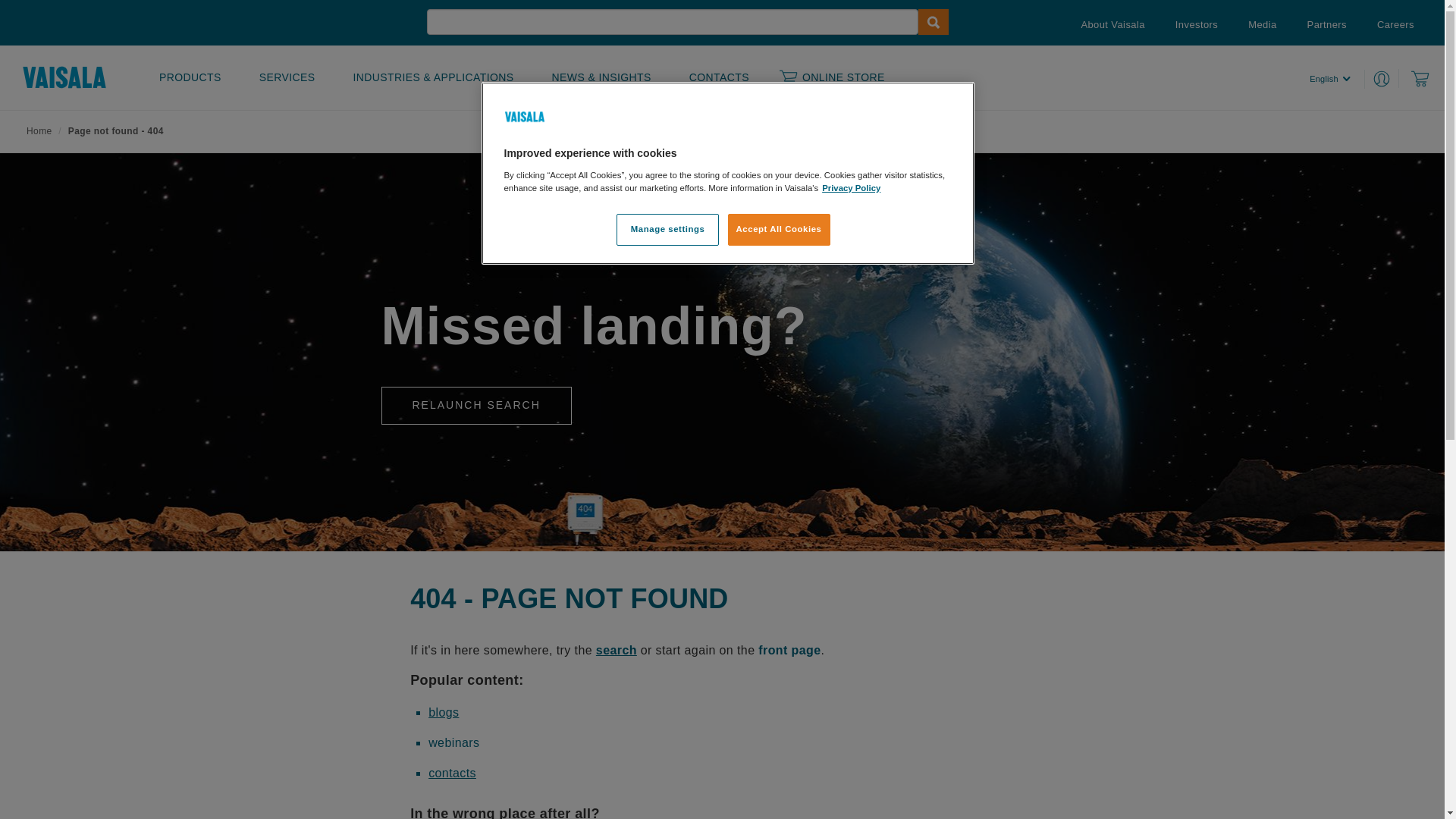  Describe the element at coordinates (1395, 25) in the screenshot. I see `'Careers'` at that location.